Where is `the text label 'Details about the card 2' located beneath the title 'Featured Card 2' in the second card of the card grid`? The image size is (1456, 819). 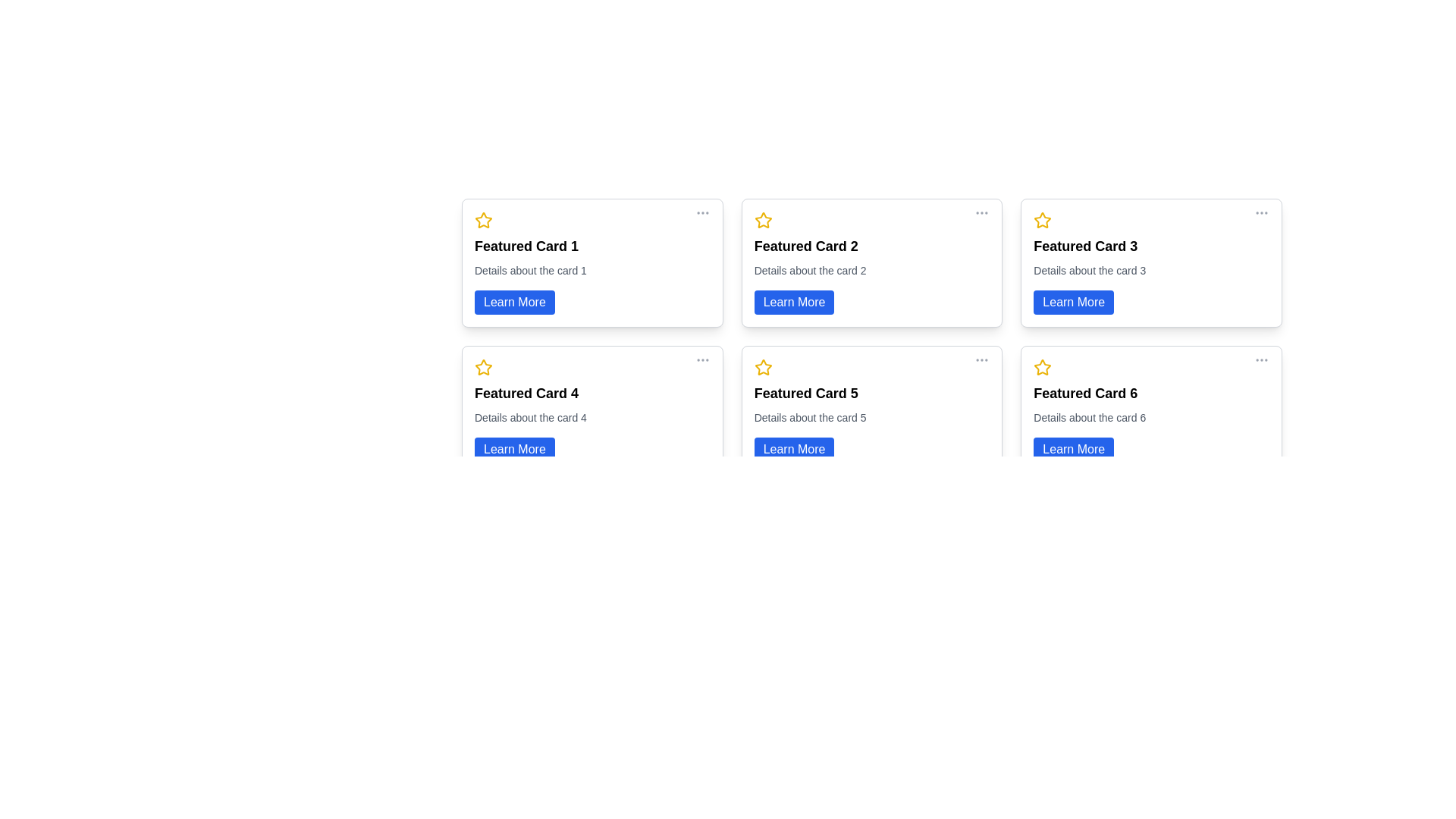
the text label 'Details about the card 2' located beneath the title 'Featured Card 2' in the second card of the card grid is located at coordinates (809, 270).